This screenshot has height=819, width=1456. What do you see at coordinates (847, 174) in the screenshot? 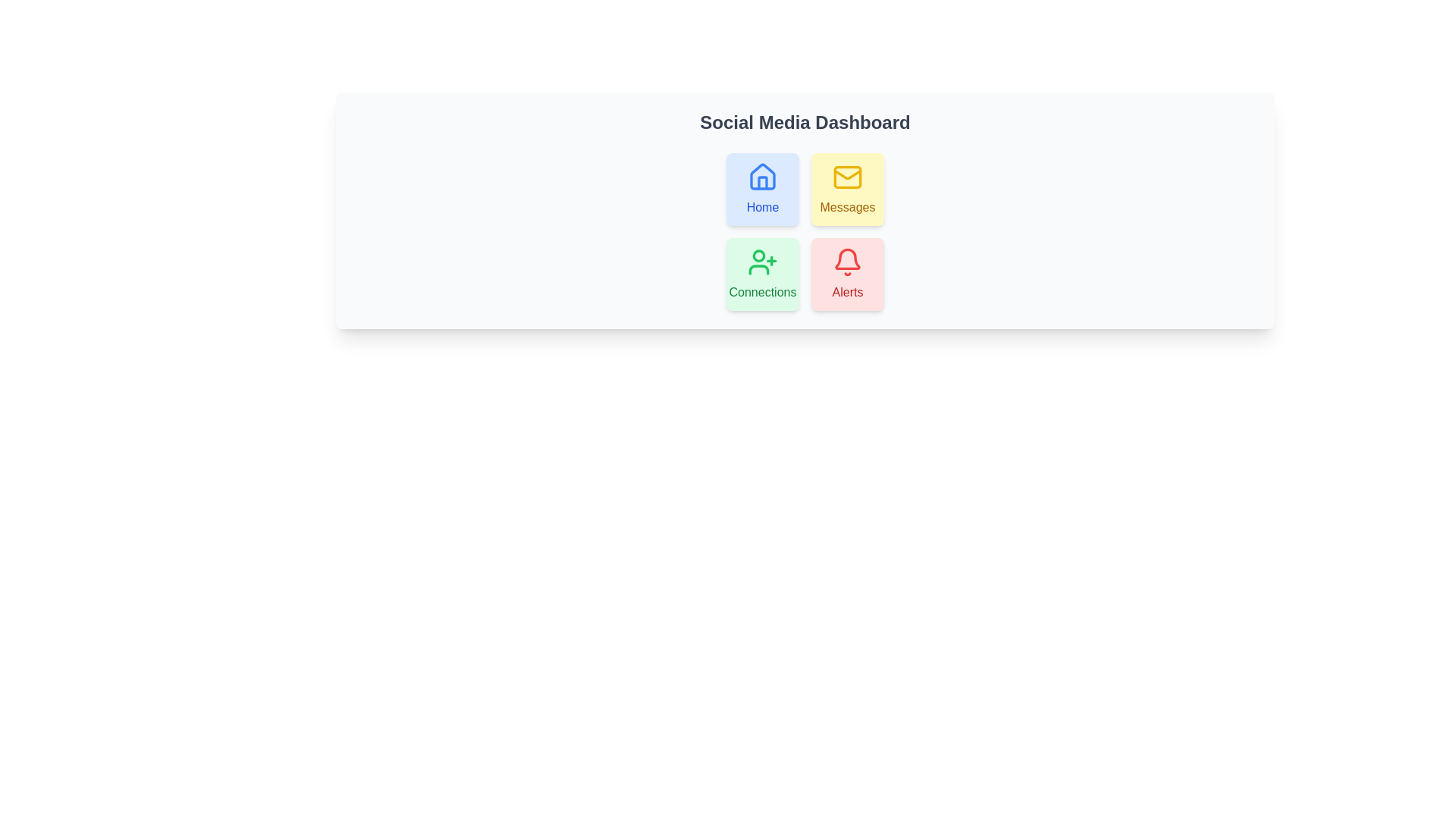
I see `the envelope flap symbol within the 'Messages' icon in the Social Media Dashboard interface, which is represented by a triangular shape on a yellow square background` at bounding box center [847, 174].